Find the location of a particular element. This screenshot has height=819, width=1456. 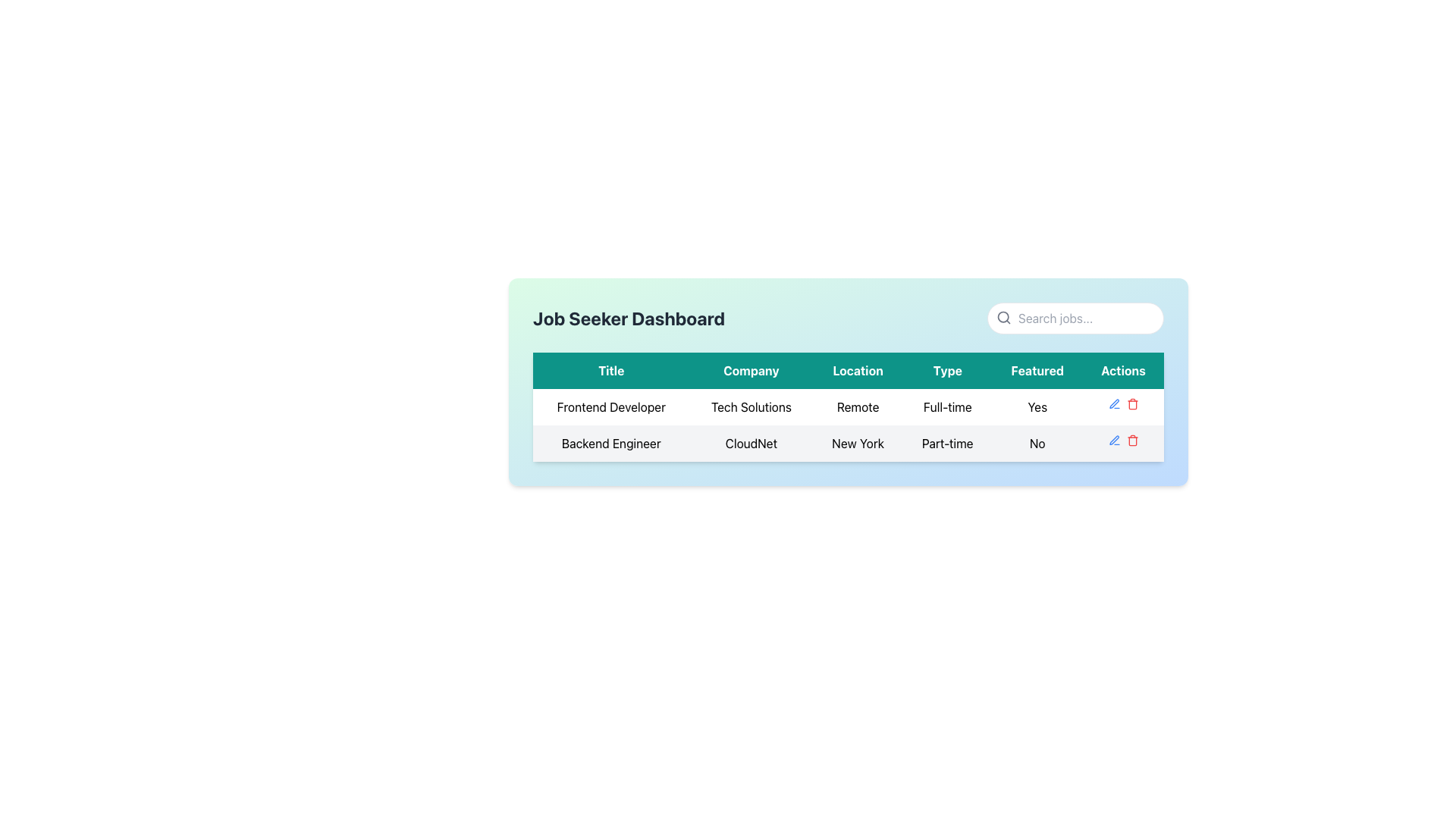

text 'New York' from the table cell located in the third column of the second row under the 'Location' header is located at coordinates (858, 444).